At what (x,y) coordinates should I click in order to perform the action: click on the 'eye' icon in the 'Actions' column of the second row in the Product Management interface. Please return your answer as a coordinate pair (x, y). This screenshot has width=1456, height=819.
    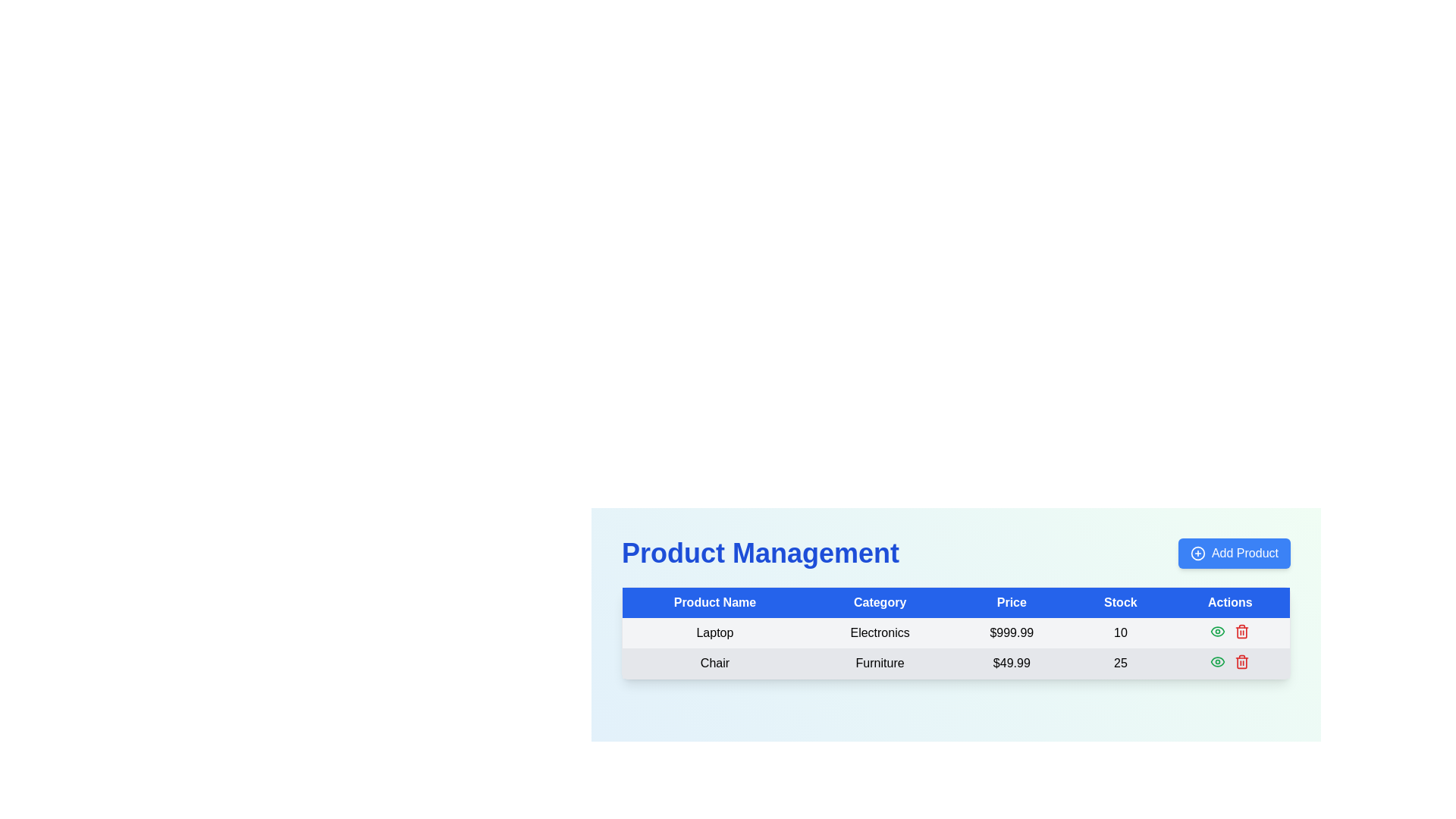
    Looking at the image, I should click on (1218, 632).